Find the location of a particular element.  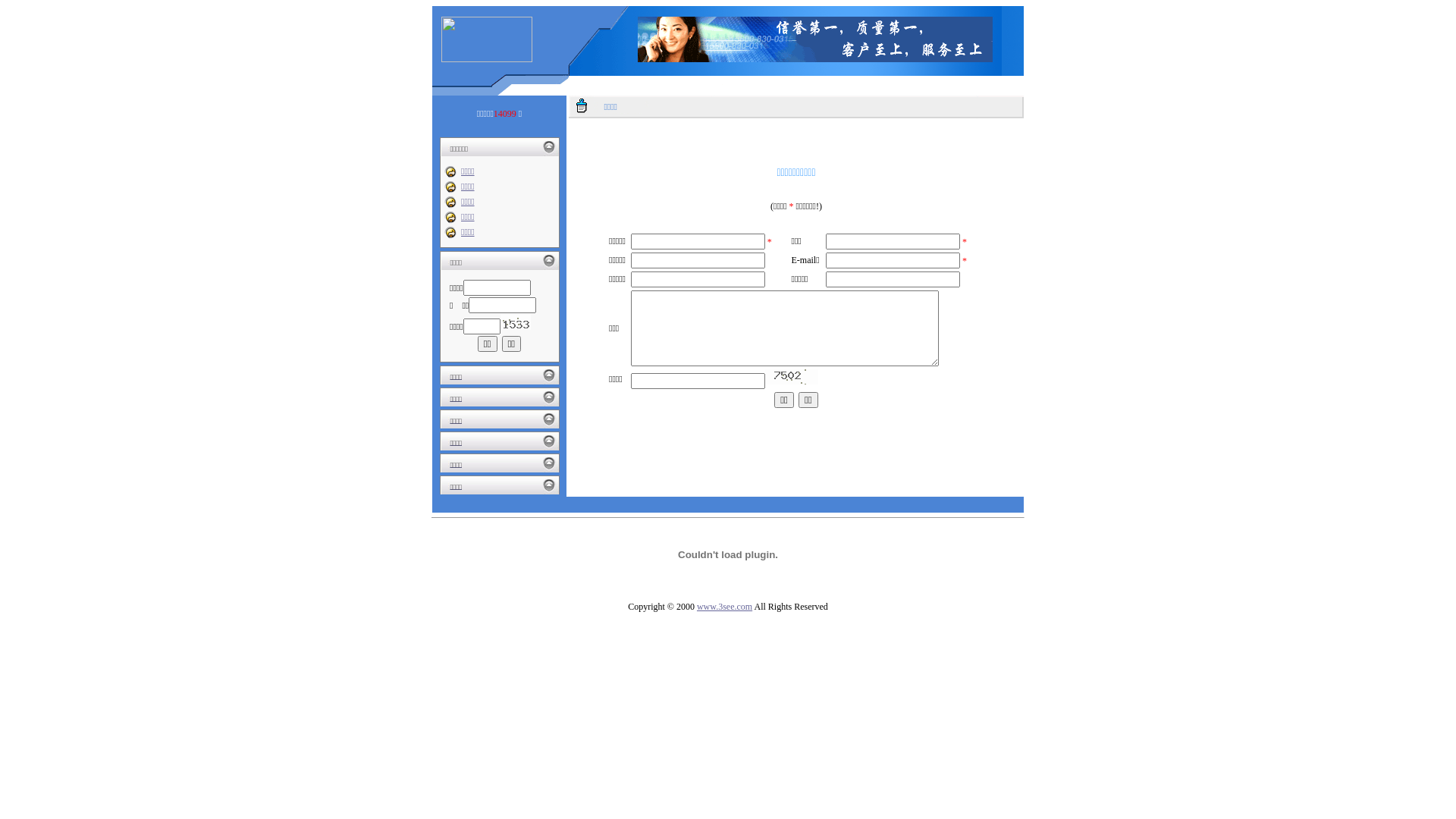

'www.3see.com' is located at coordinates (723, 605).